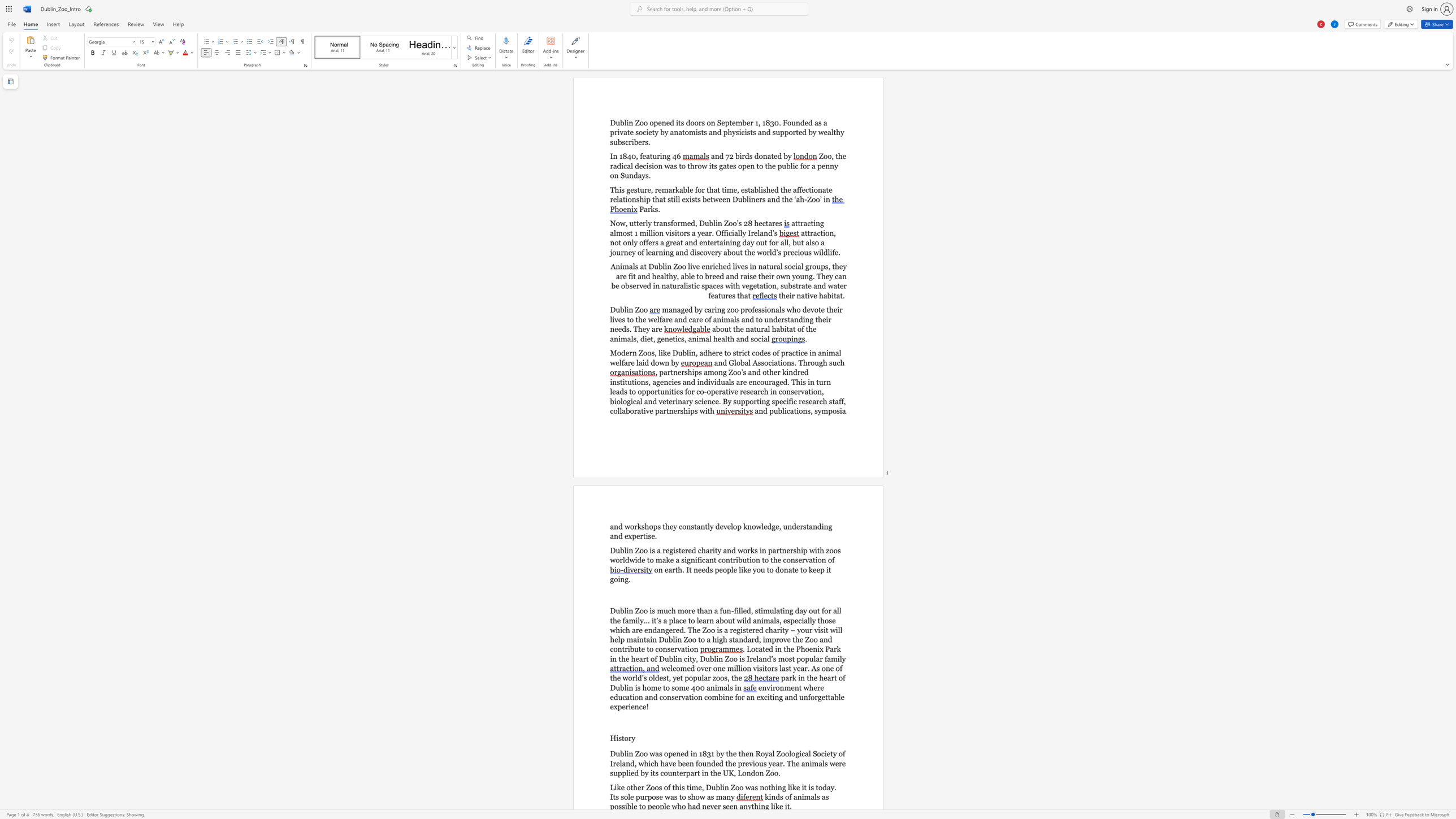  I want to click on the subset text "ic for a pe" within the text "Zoo, the radical decision was to throw its gates open to the public for a penny on Sundays.", so click(792, 165).